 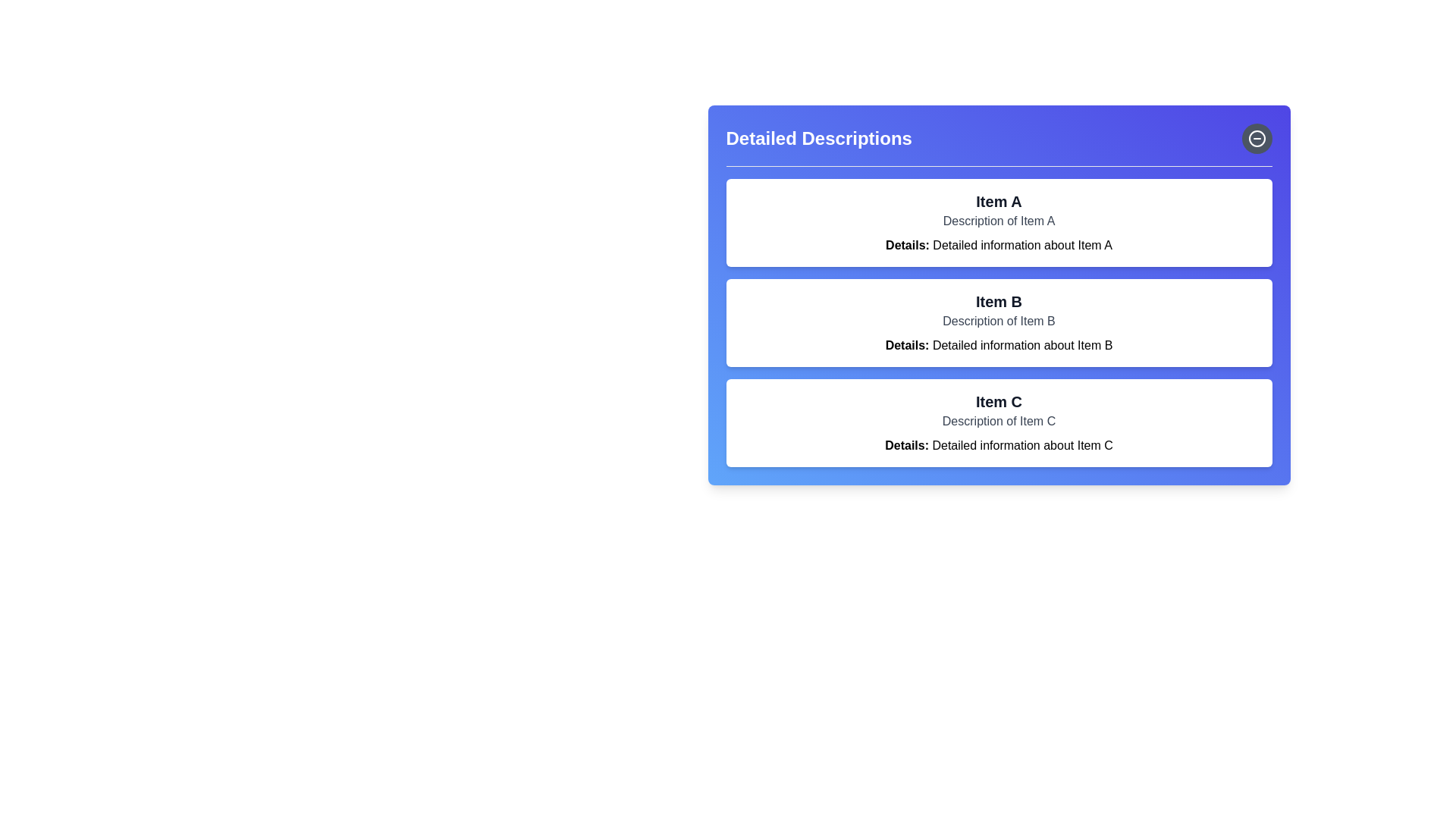 What do you see at coordinates (999, 221) in the screenshot?
I see `the text element displaying 'Description of Item A', which is styled in gray and located within the first card under the heading 'Item A'` at bounding box center [999, 221].